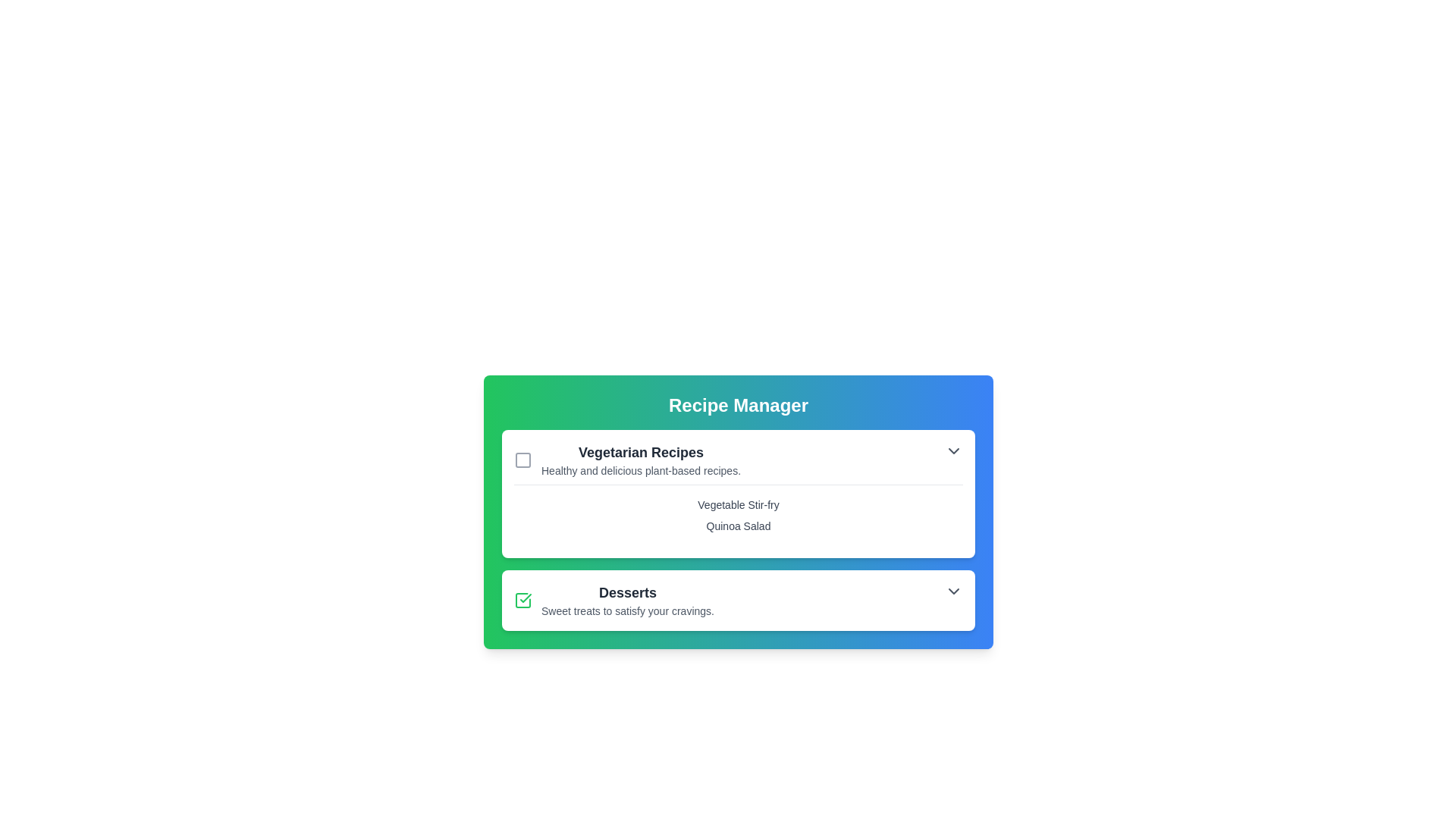 The height and width of the screenshot is (819, 1456). I want to click on the downward-facing chevron icon button in the 'Desserts' section, so click(952, 590).